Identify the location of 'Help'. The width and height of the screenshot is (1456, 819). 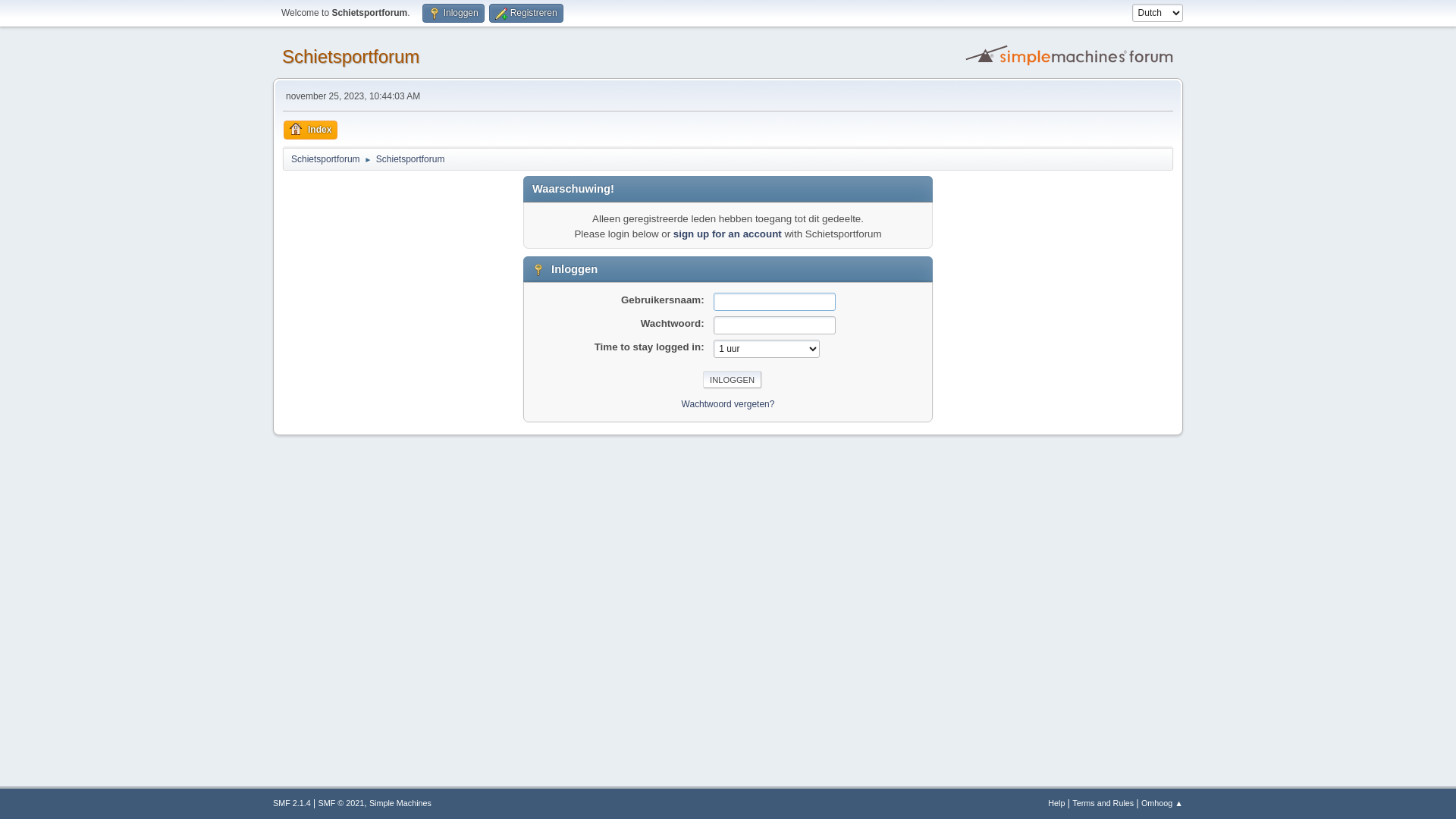
(1055, 802).